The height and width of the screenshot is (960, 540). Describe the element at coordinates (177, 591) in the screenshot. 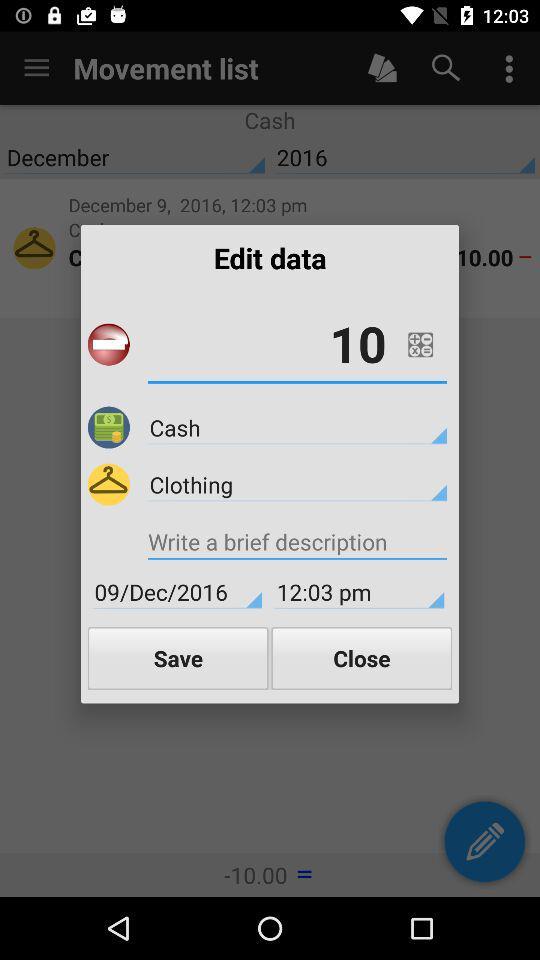

I see `icon next to the 12:03 pm` at that location.